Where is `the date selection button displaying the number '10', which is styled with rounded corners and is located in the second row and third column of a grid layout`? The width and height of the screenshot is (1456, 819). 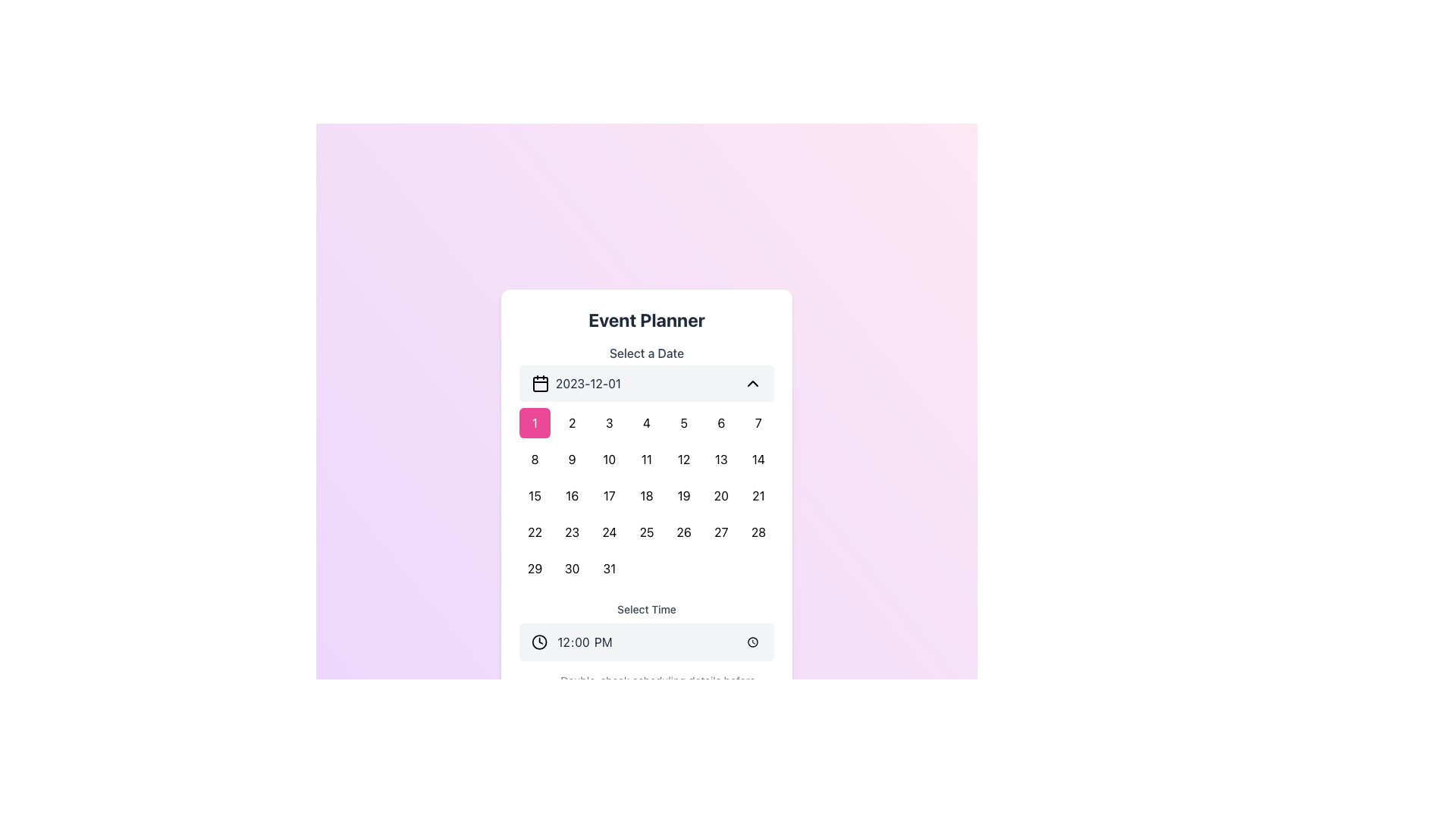 the date selection button displaying the number '10', which is styled with rounded corners and is located in the second row and third column of a grid layout is located at coordinates (609, 458).